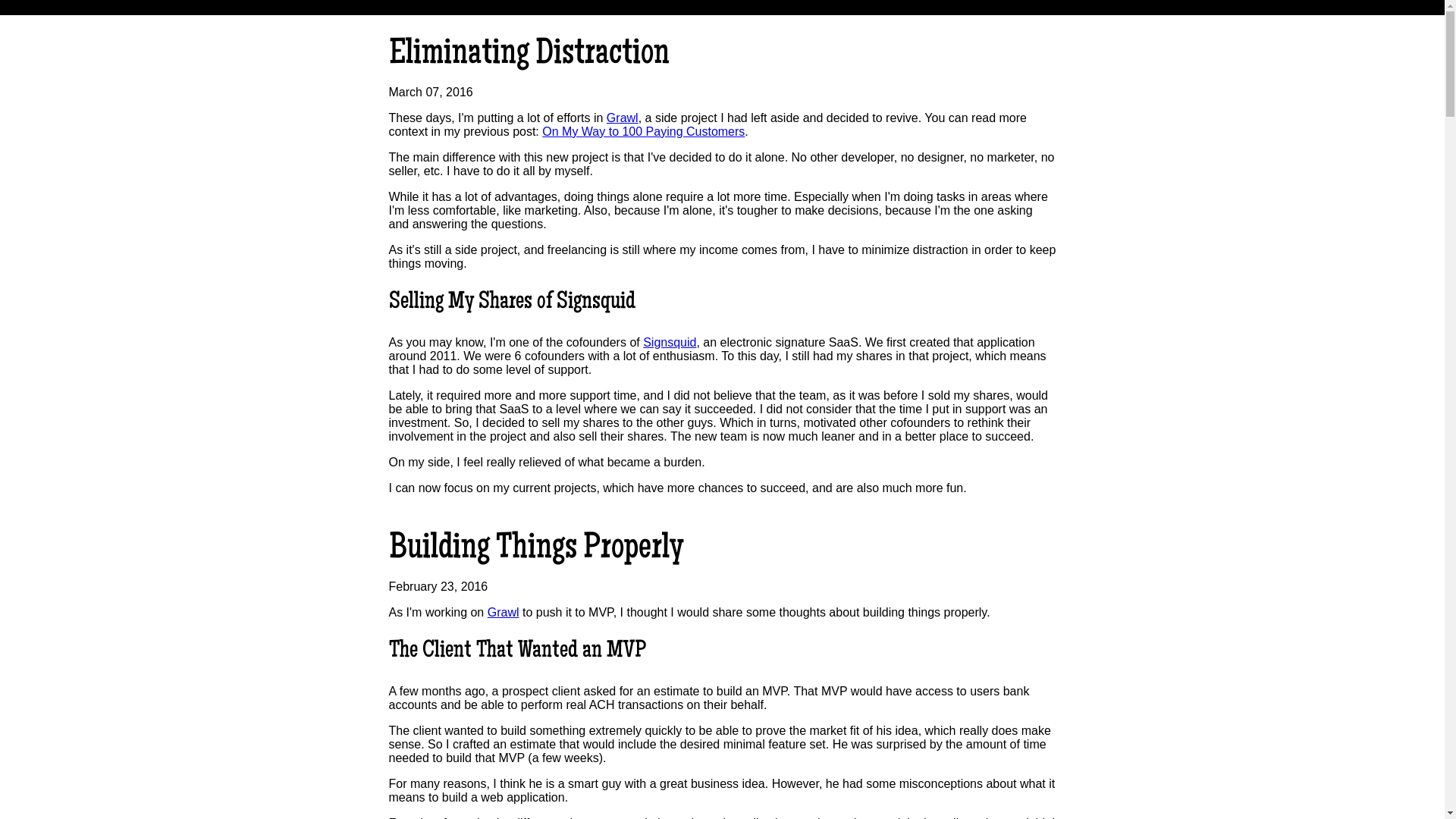  What do you see at coordinates (488, 611) in the screenshot?
I see `'Grawl'` at bounding box center [488, 611].